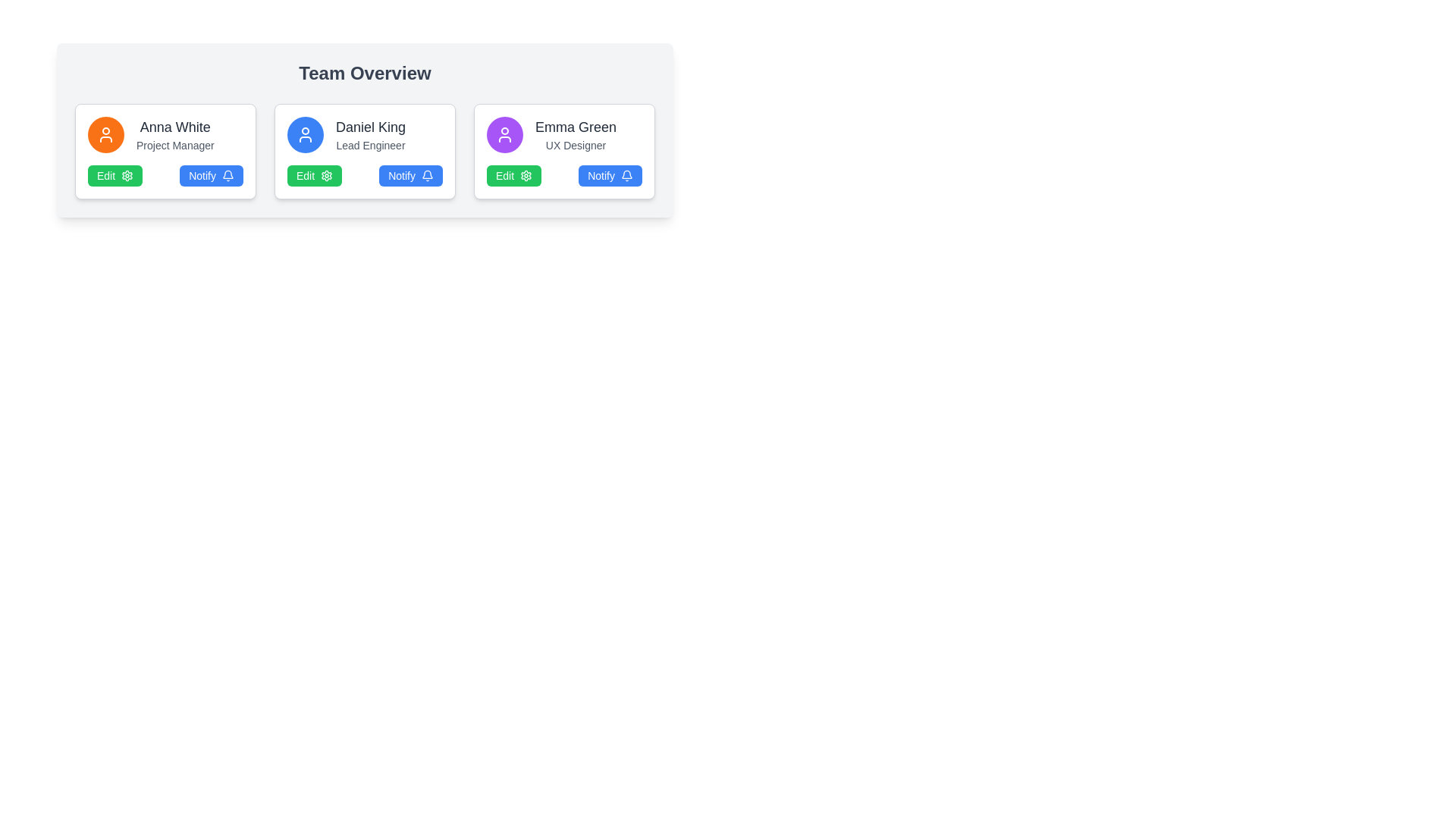 This screenshot has width=1456, height=819. What do you see at coordinates (326, 174) in the screenshot?
I see `the gear icon with a green background located within the 'Edit' button of the second card representing 'Daniel King'` at bounding box center [326, 174].